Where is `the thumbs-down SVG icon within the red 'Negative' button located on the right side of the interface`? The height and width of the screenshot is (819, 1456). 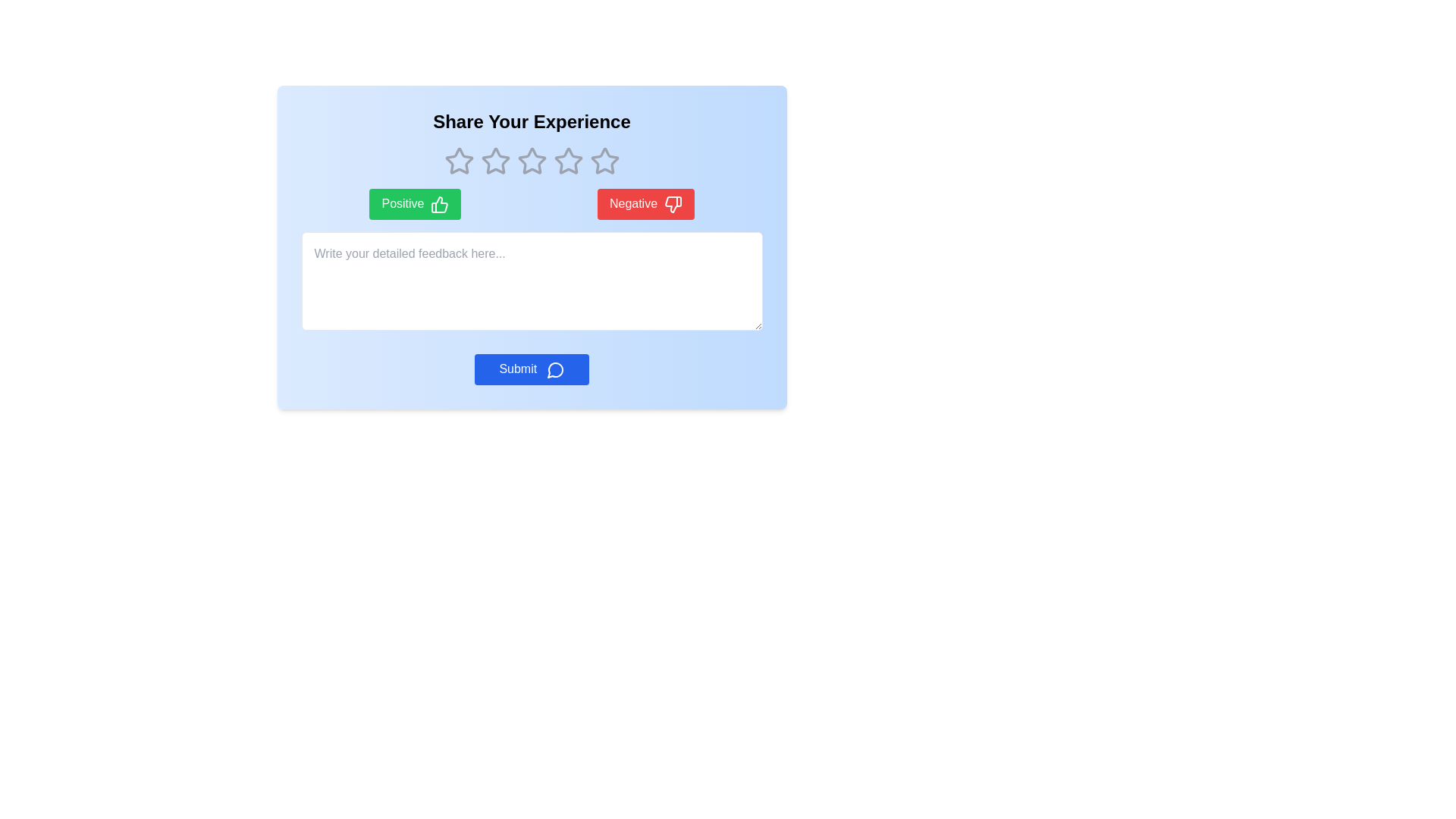
the thumbs-down SVG icon within the red 'Negative' button located on the right side of the interface is located at coordinates (672, 203).